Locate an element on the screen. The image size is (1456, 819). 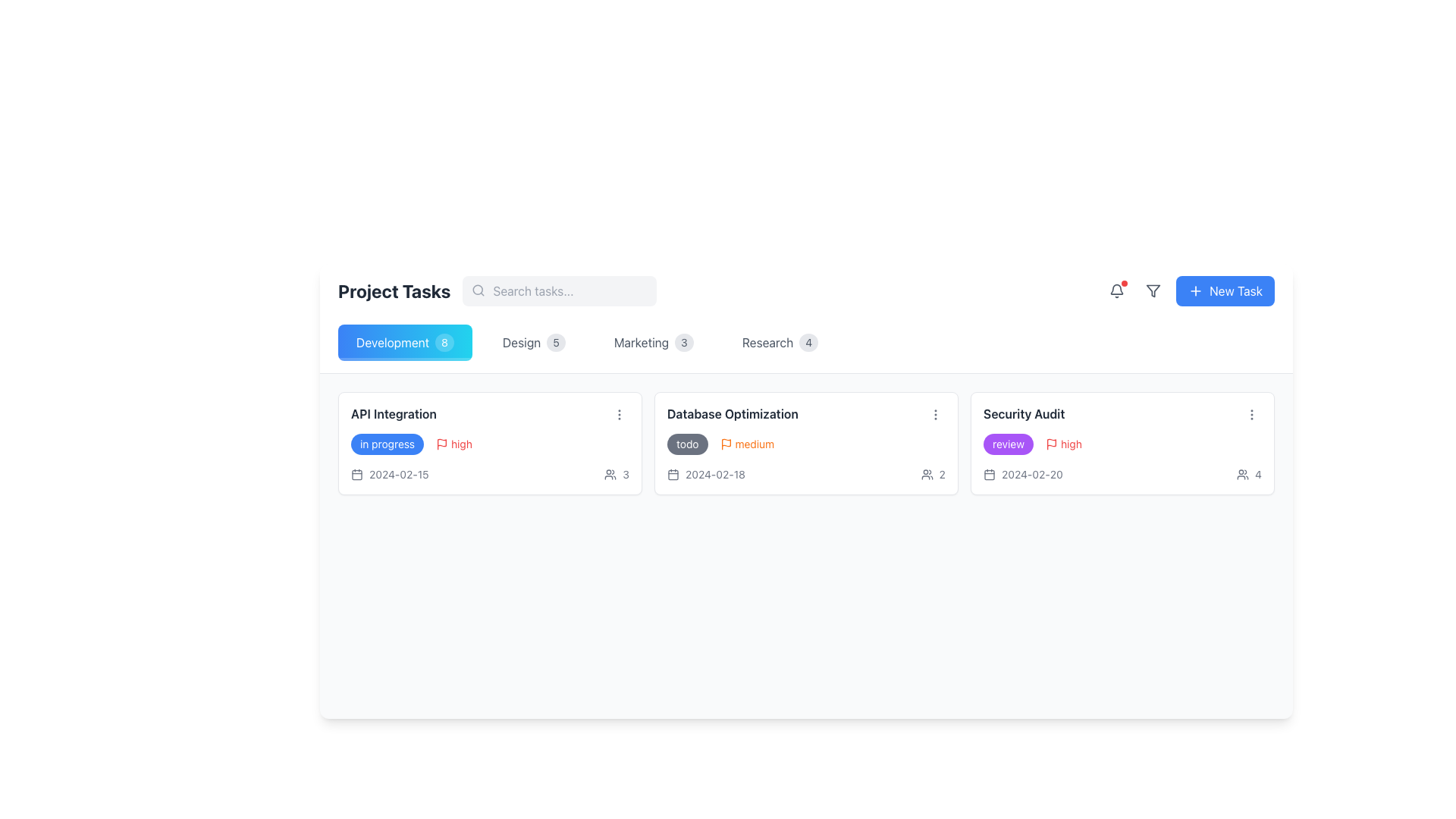
the label 'medium' with an orange flag icon located within the 'Database Optimization' card in the 'Project Tasks' section to interact with nearby elements is located at coordinates (747, 444).